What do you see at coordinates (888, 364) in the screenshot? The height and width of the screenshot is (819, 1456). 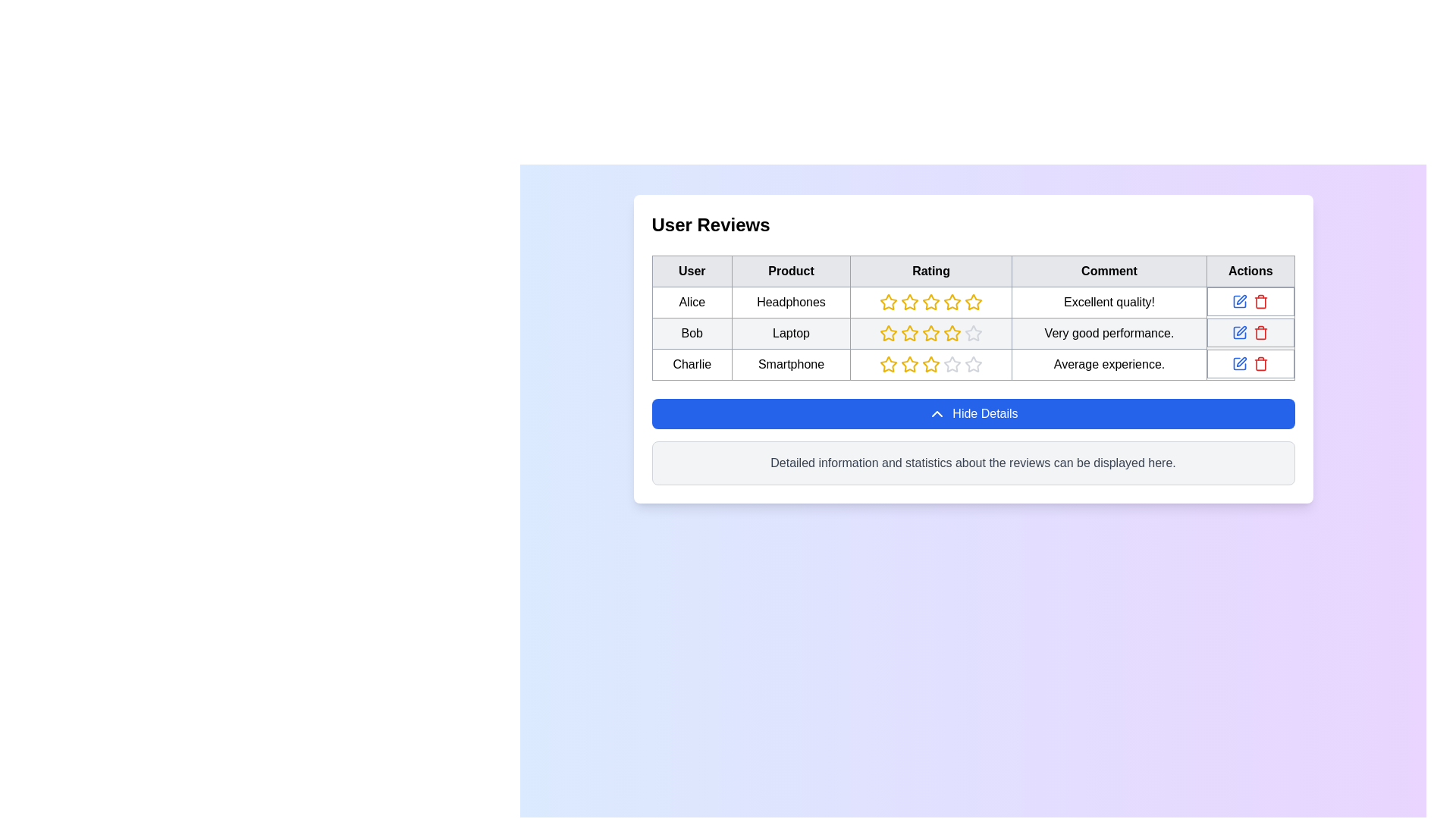 I see `the second star icon in the third row of the rating column to represent a rating level of '2 out of 5' in the user reviews table` at bounding box center [888, 364].